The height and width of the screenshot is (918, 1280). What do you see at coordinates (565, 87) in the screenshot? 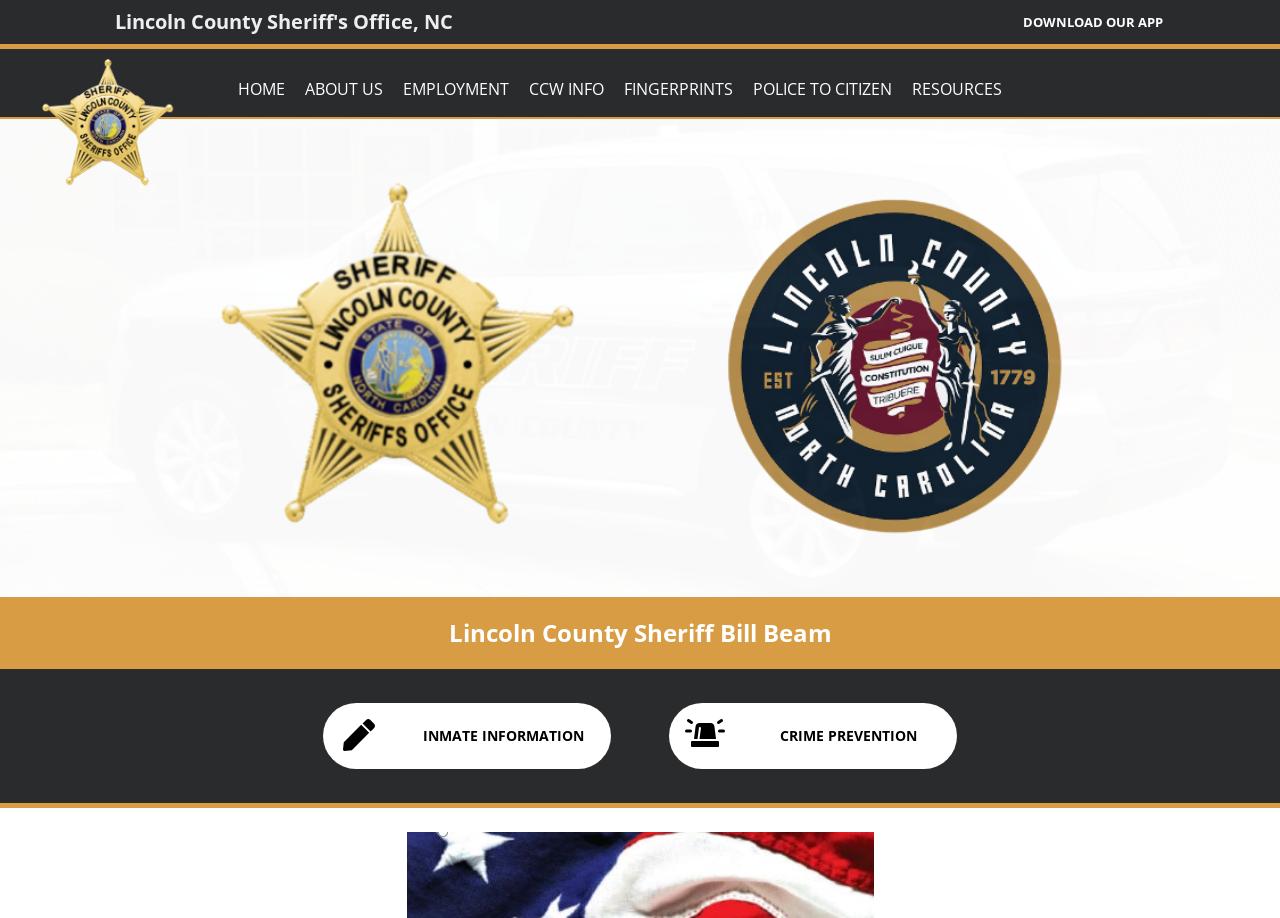
I see `'CCW Info'` at bounding box center [565, 87].